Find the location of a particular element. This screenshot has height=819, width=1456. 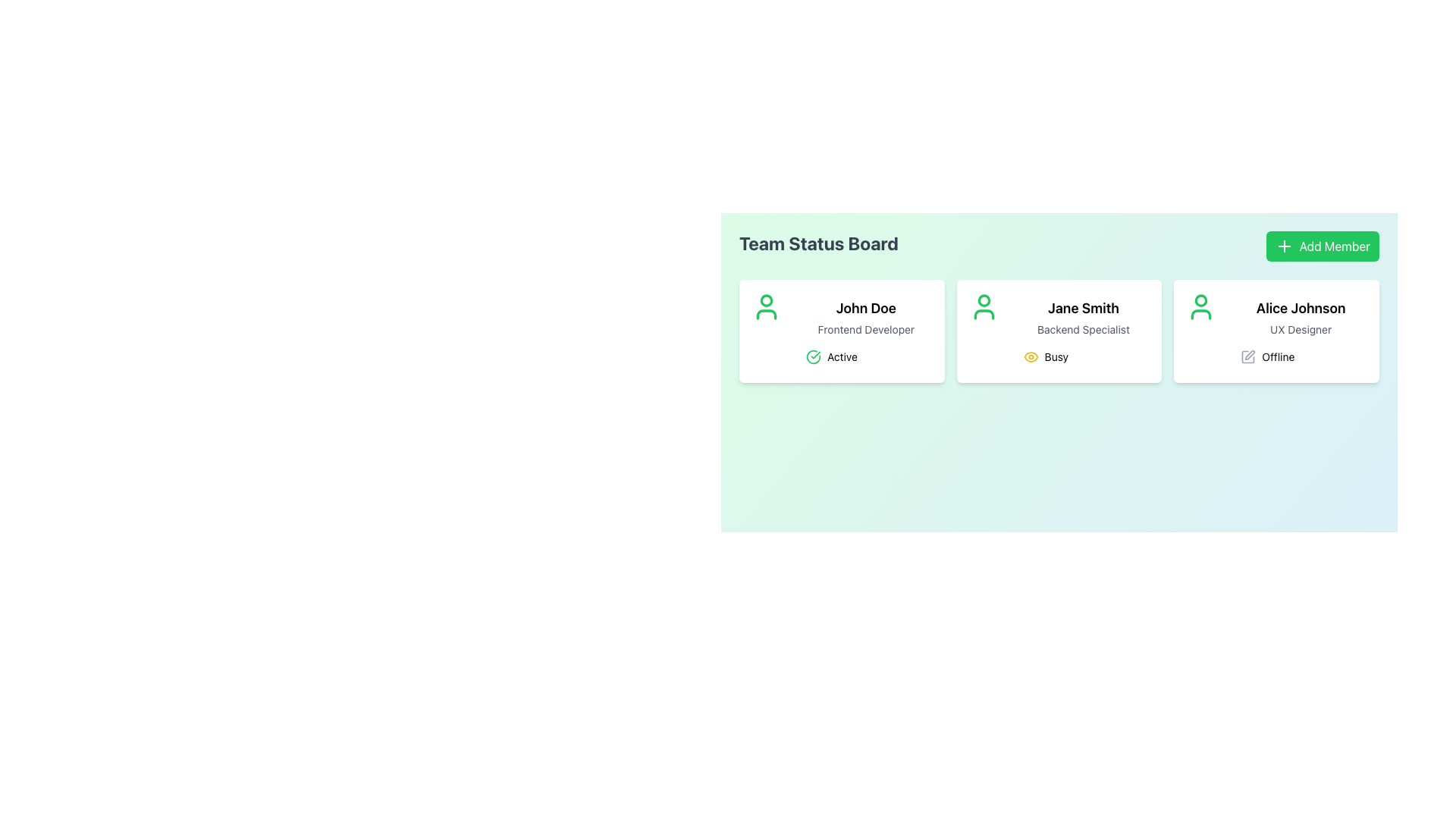

the green circle Status Indicator Icon with a checkmark inside, located next to the 'Active' label in the 'John Doe' card layout is located at coordinates (813, 356).